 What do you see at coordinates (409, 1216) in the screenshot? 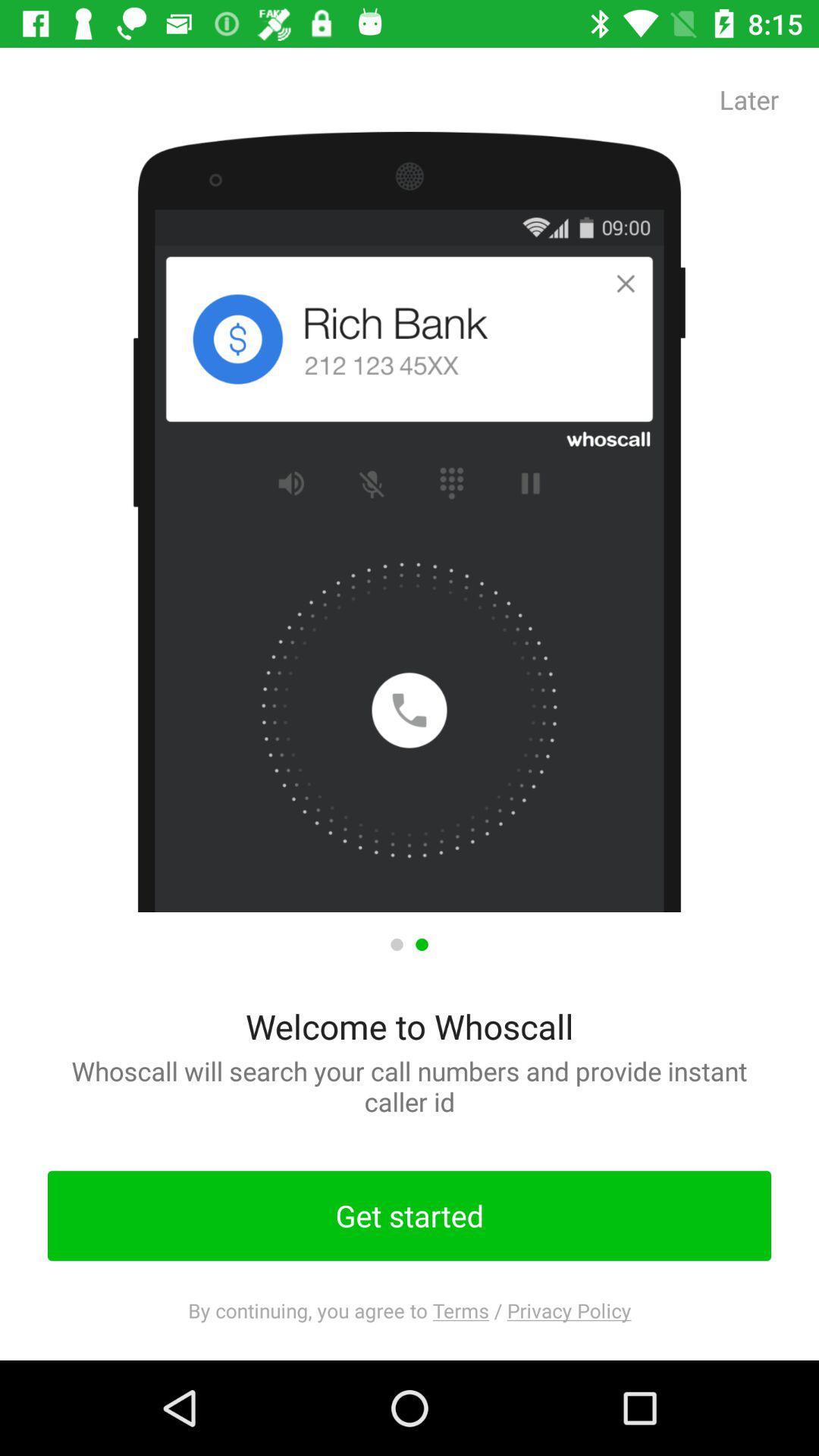
I see `the item above the by continuing you app` at bounding box center [409, 1216].